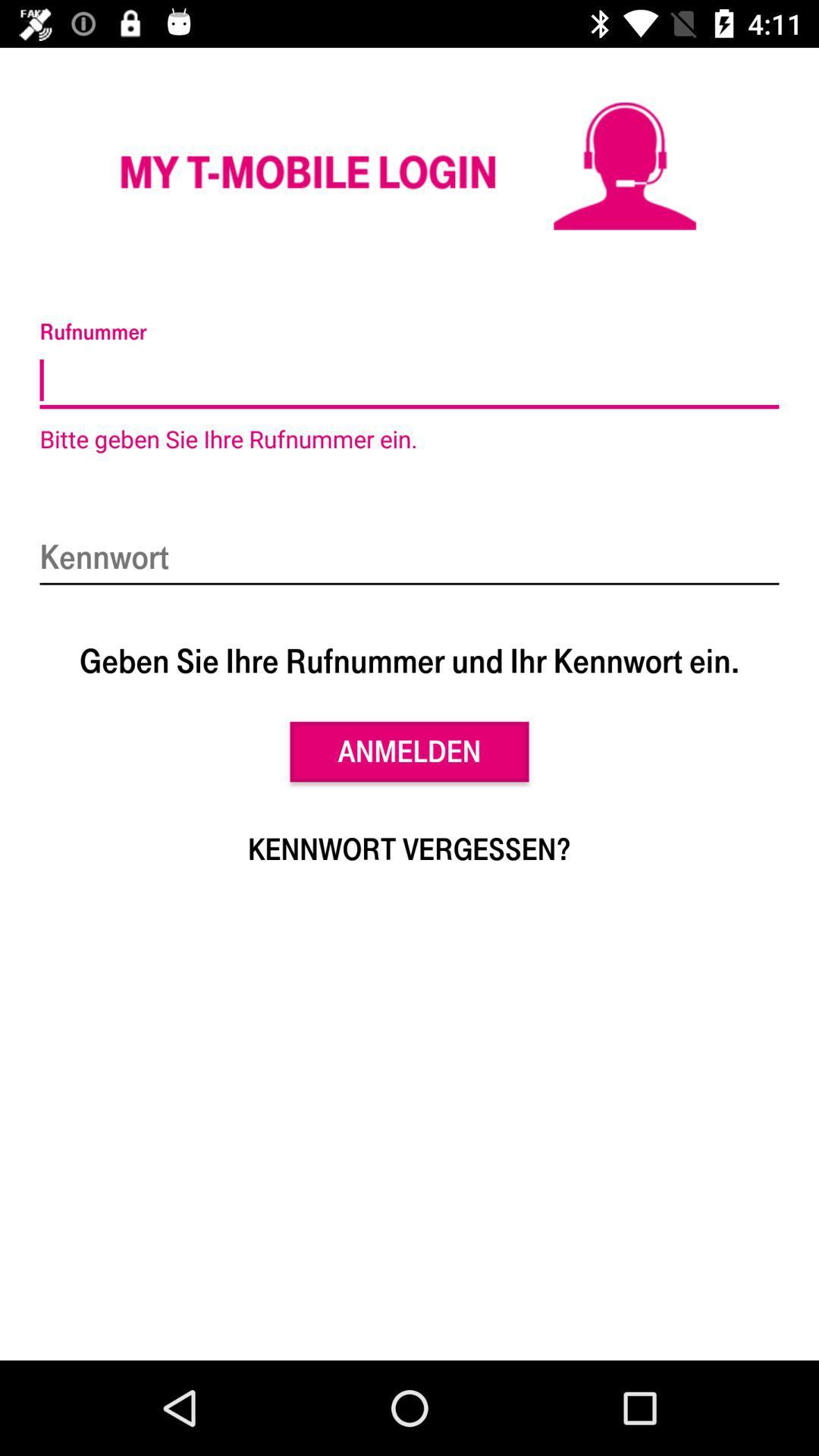  Describe the element at coordinates (409, 558) in the screenshot. I see `item below bitte geben sie app` at that location.